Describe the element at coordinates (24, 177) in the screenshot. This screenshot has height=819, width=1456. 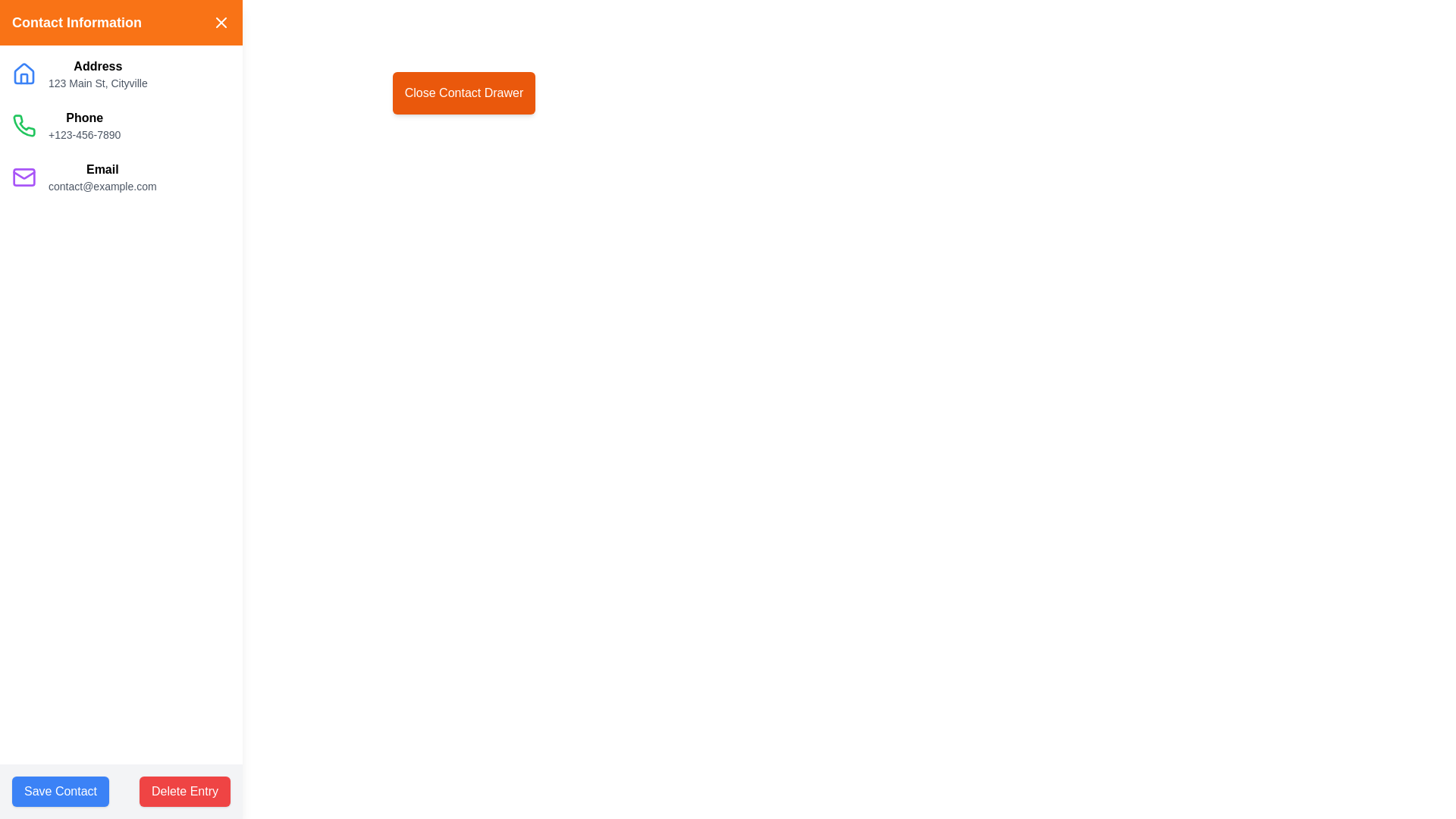
I see `the rectangular SVG element that forms the base of the email icon, which is part of the envelope representation in the sidebar` at that location.